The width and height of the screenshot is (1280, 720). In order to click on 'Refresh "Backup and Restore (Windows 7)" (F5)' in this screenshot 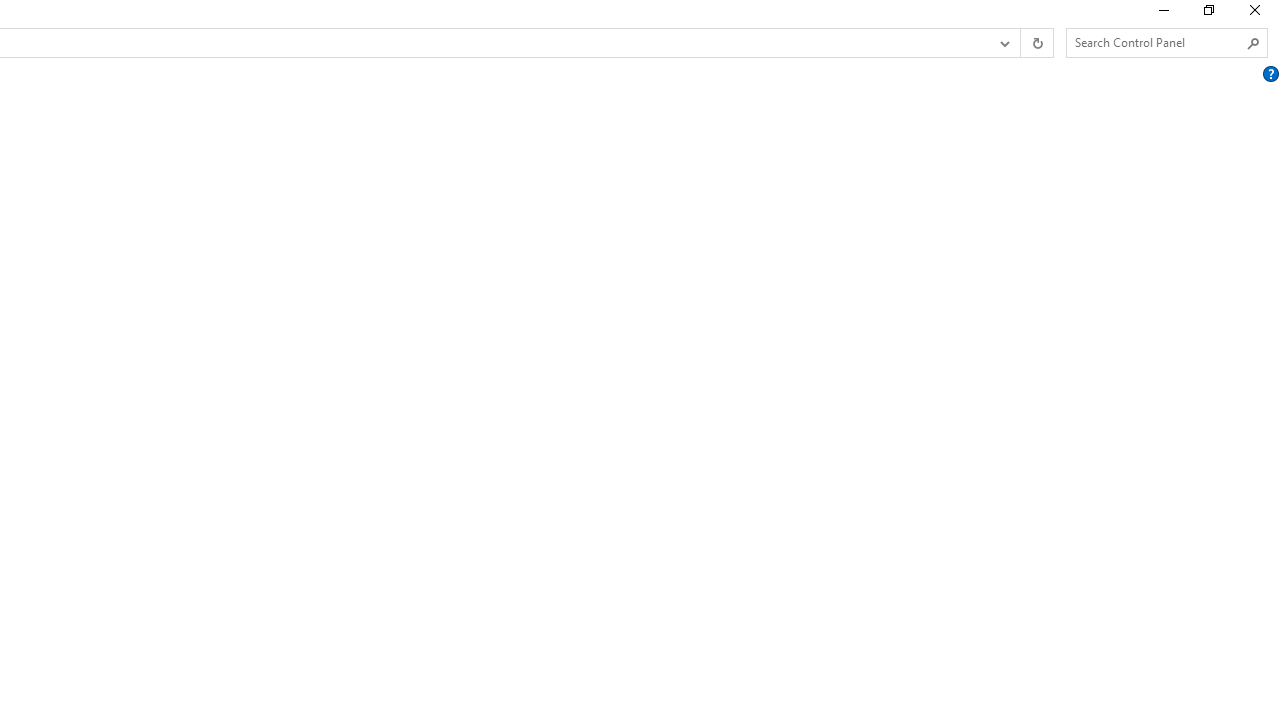, I will do `click(1036, 43)`.